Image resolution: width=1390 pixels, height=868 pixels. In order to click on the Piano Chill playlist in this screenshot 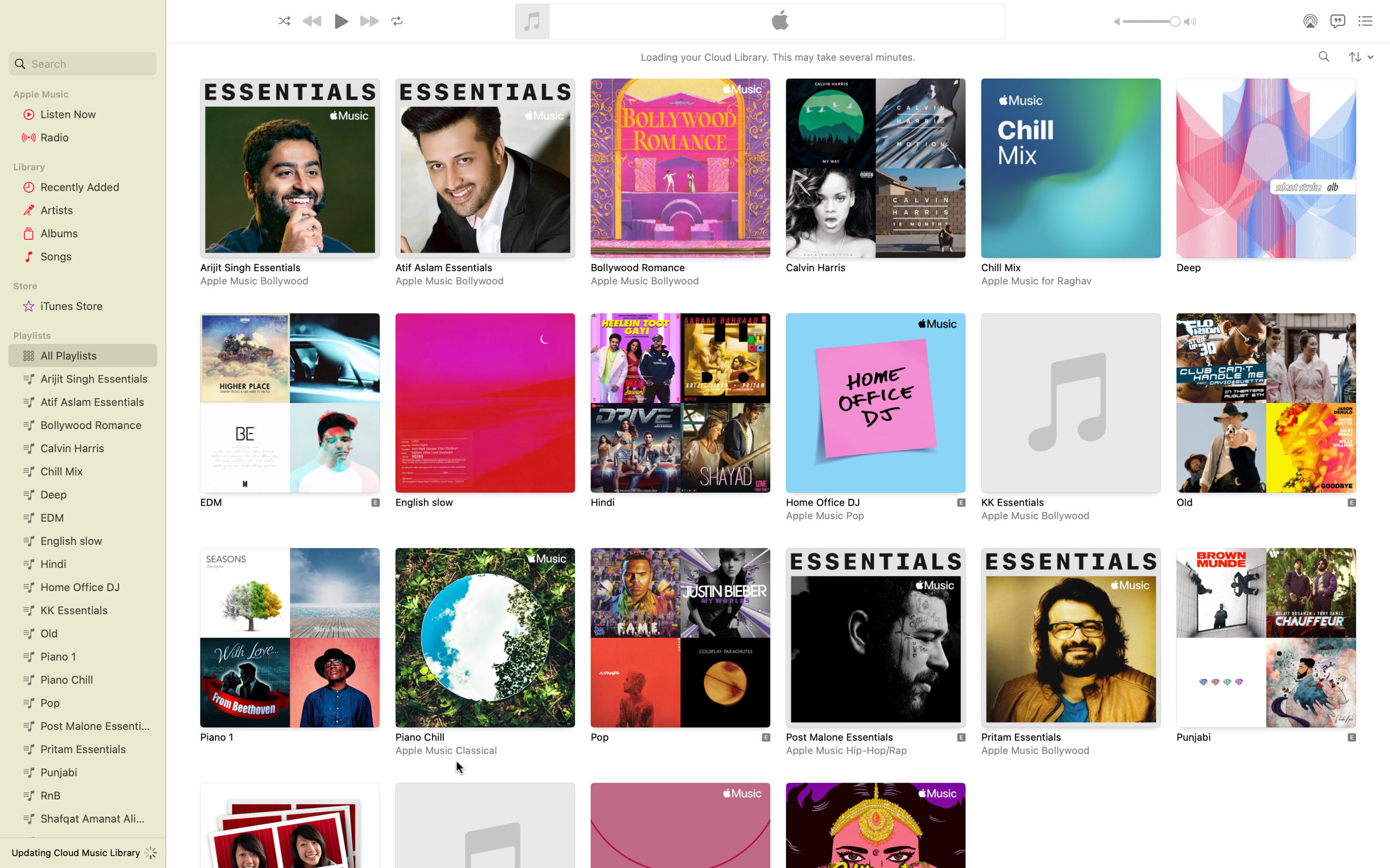, I will do `click(486, 654)`.